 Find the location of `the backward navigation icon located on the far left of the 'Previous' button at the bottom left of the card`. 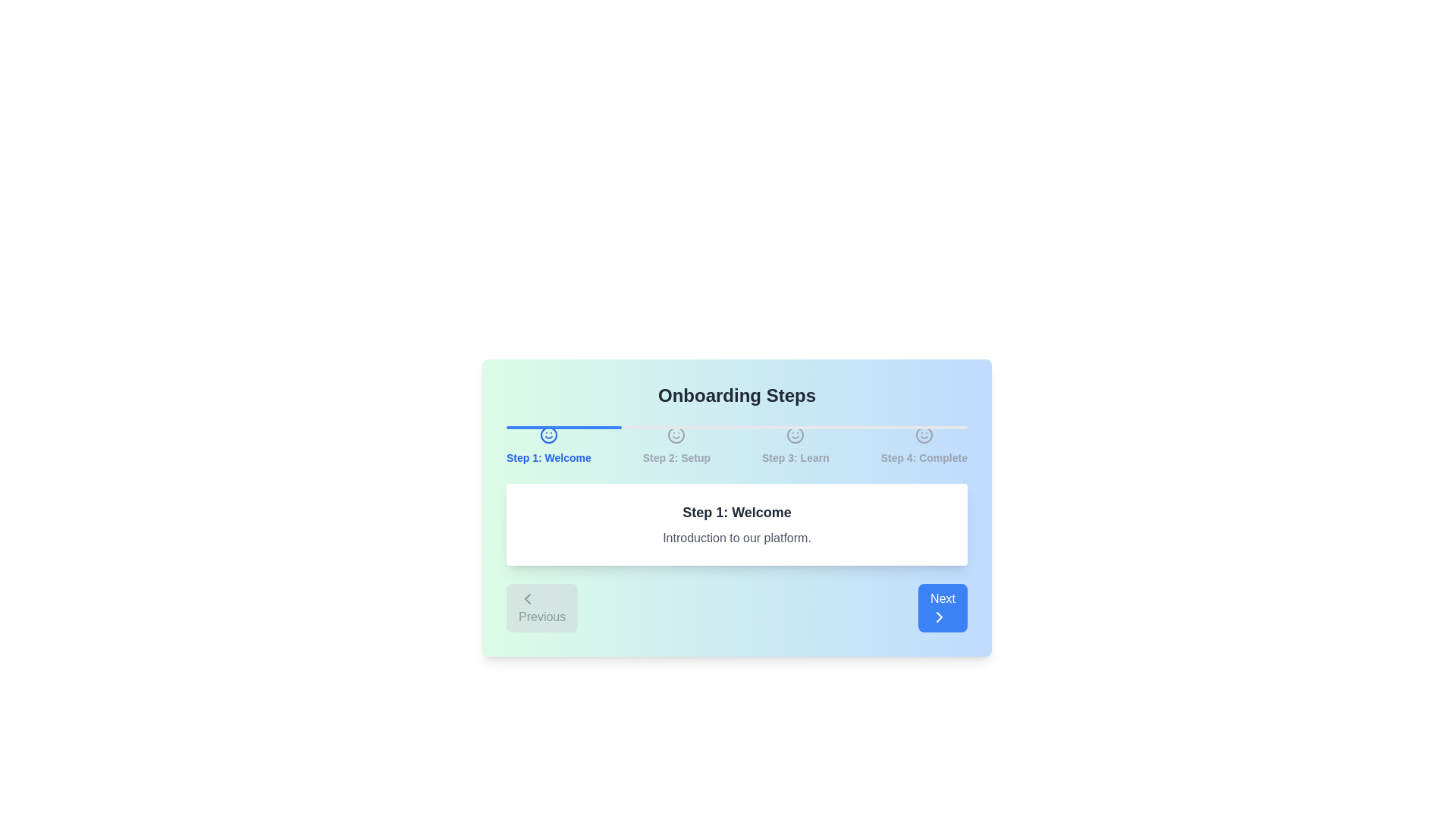

the backward navigation icon located on the far left of the 'Previous' button at the bottom left of the card is located at coordinates (528, 598).